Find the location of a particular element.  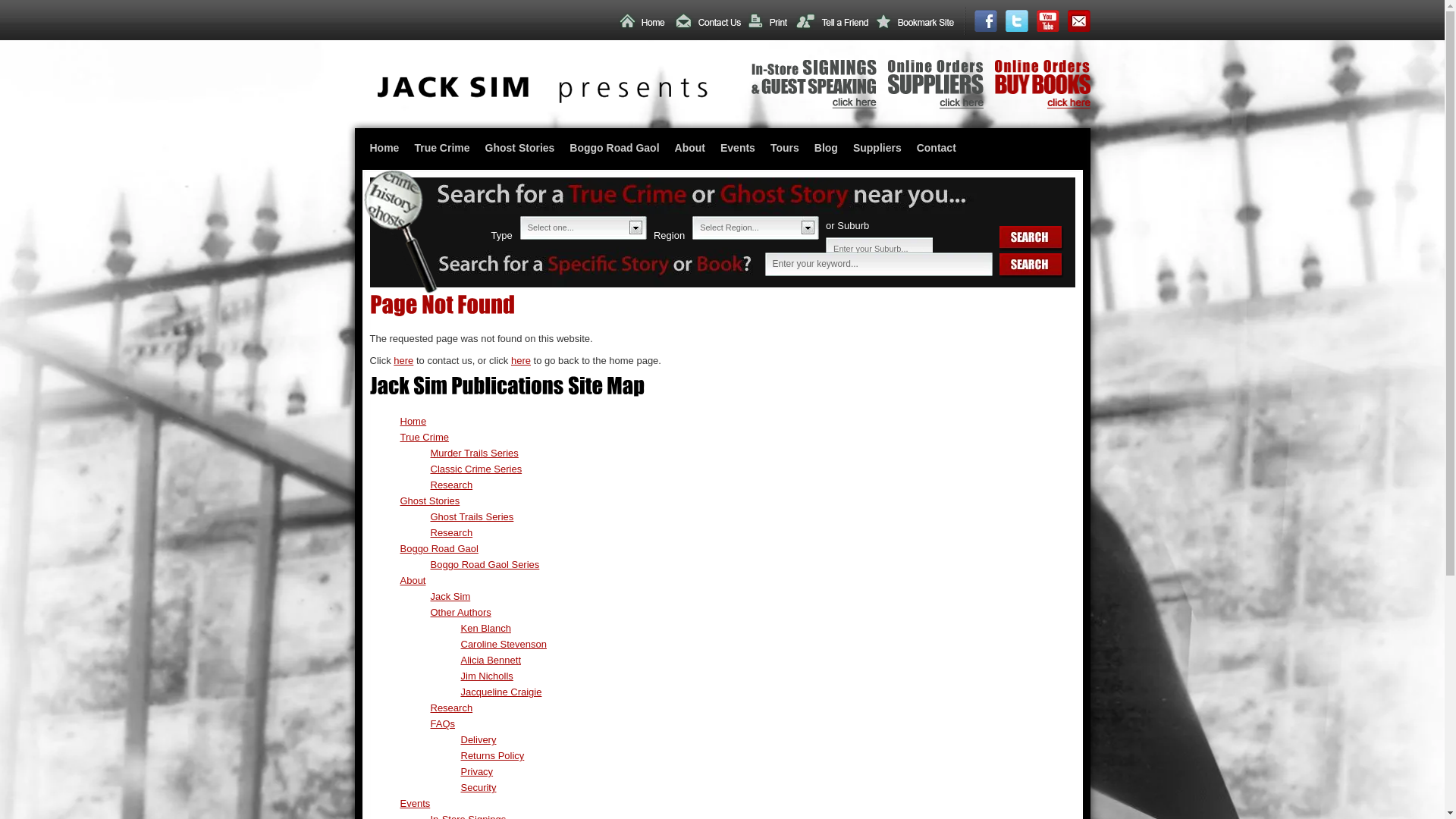

'Online Orders Suppliers' is located at coordinates (934, 105).